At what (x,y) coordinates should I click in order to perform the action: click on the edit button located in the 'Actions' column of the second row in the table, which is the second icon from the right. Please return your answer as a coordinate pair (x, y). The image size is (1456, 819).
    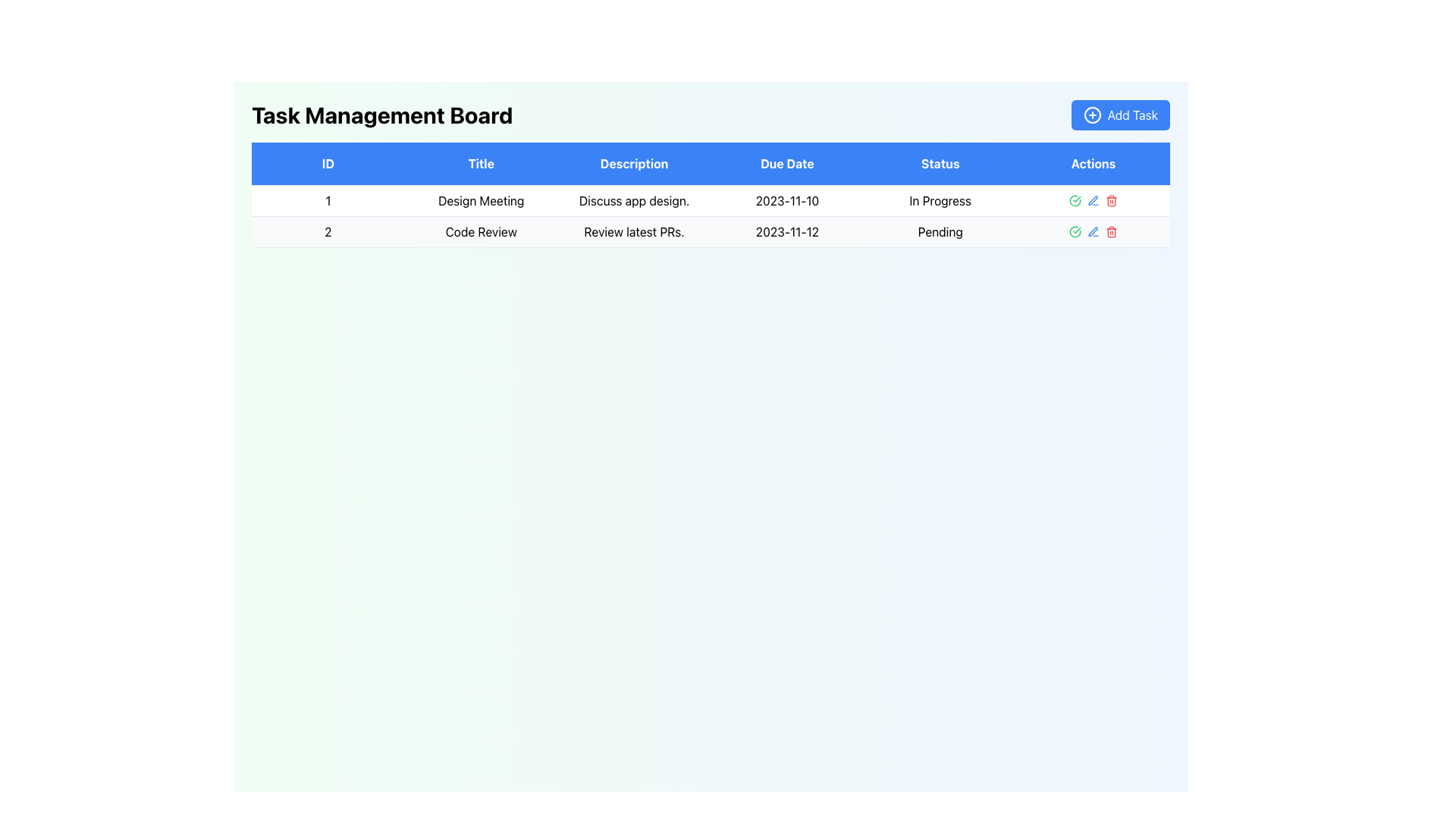
    Looking at the image, I should click on (1094, 231).